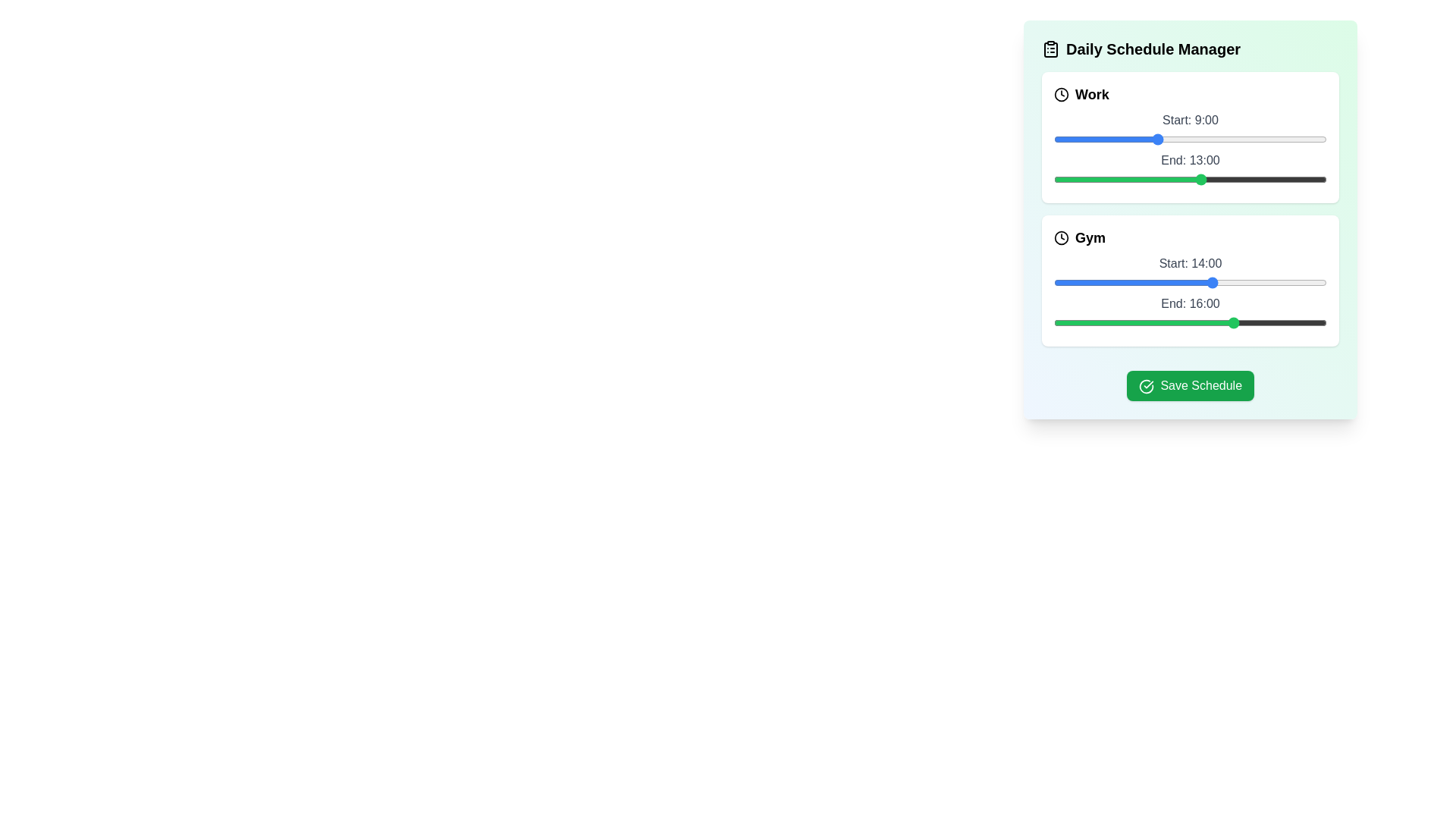  What do you see at coordinates (1247, 140) in the screenshot?
I see `the start time of the 'Work' task to 17 hours using the slider` at bounding box center [1247, 140].